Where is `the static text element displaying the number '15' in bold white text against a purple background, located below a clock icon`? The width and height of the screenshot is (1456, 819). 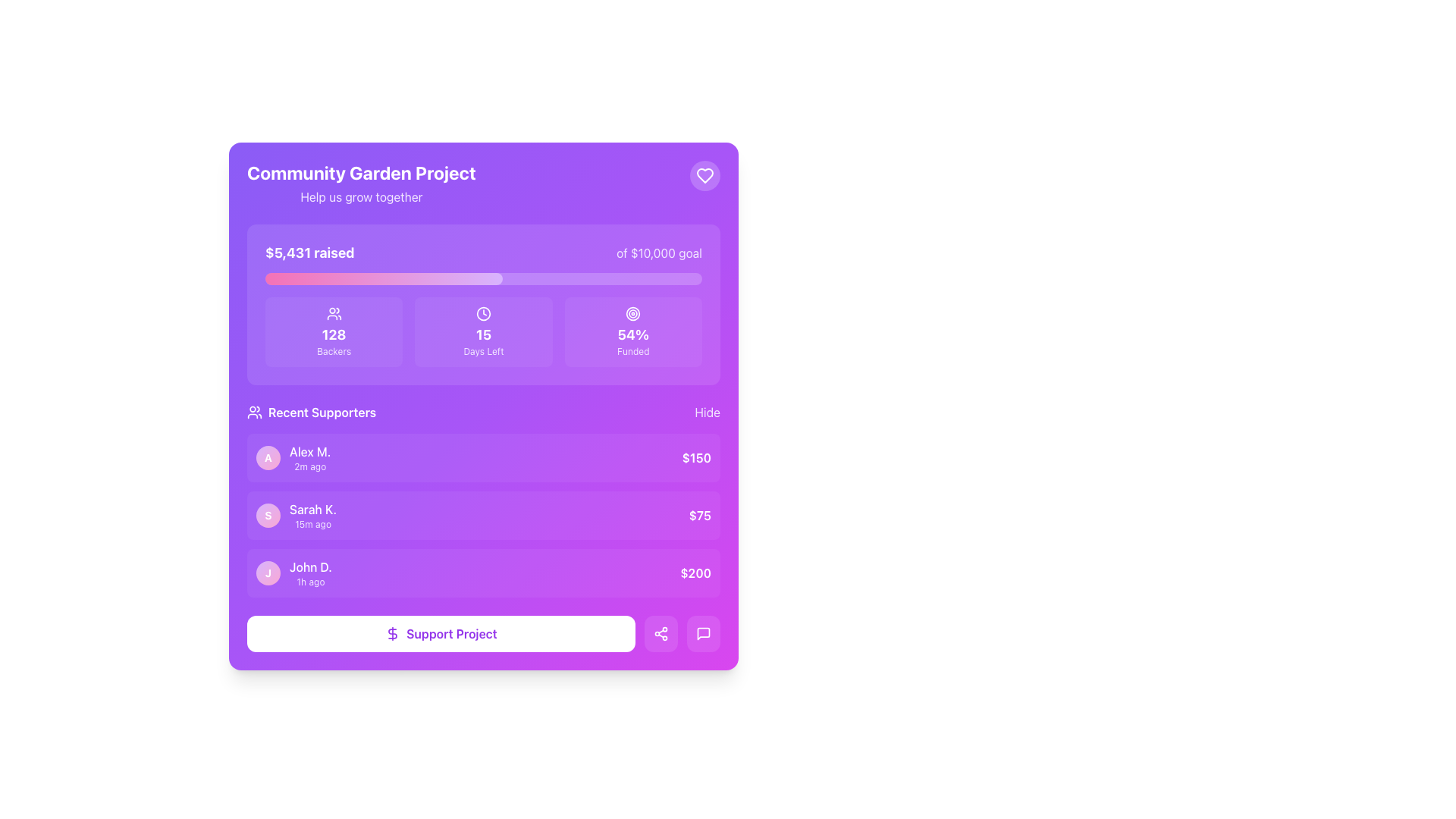
the static text element displaying the number '15' in bold white text against a purple background, located below a clock icon is located at coordinates (483, 334).